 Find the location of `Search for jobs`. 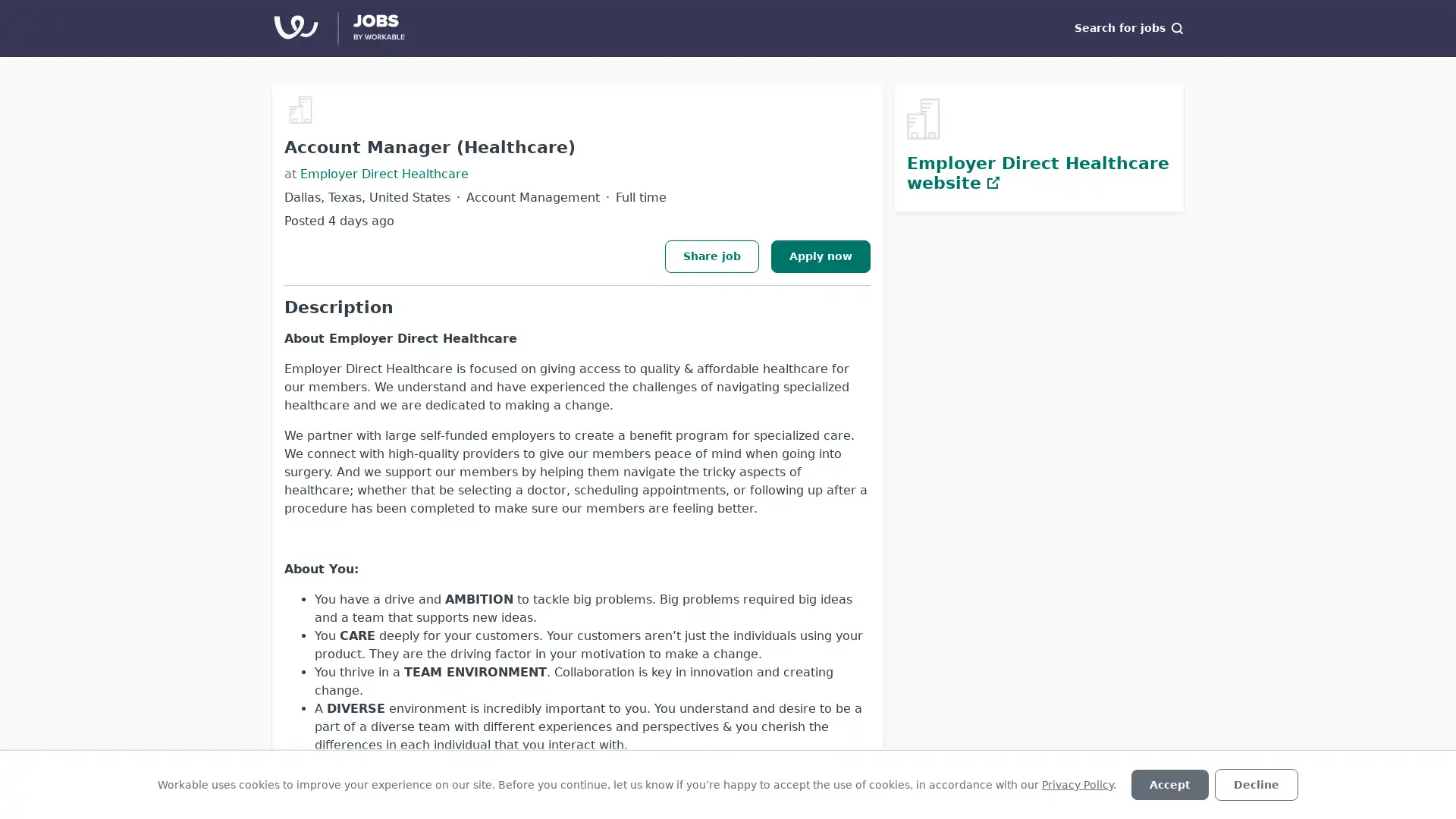

Search for jobs is located at coordinates (1128, 28).